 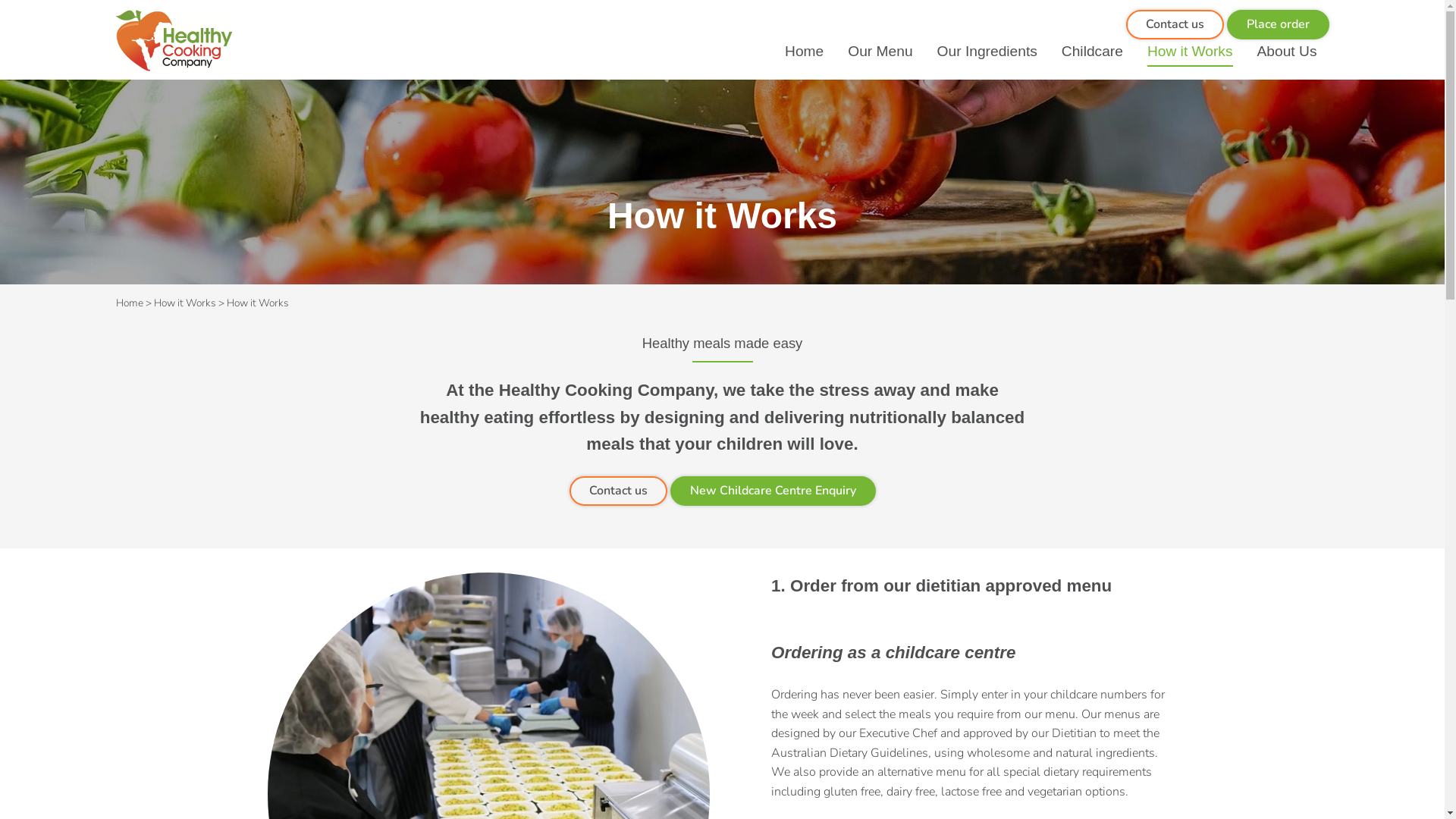 I want to click on 'Contact us', so click(x=617, y=491).